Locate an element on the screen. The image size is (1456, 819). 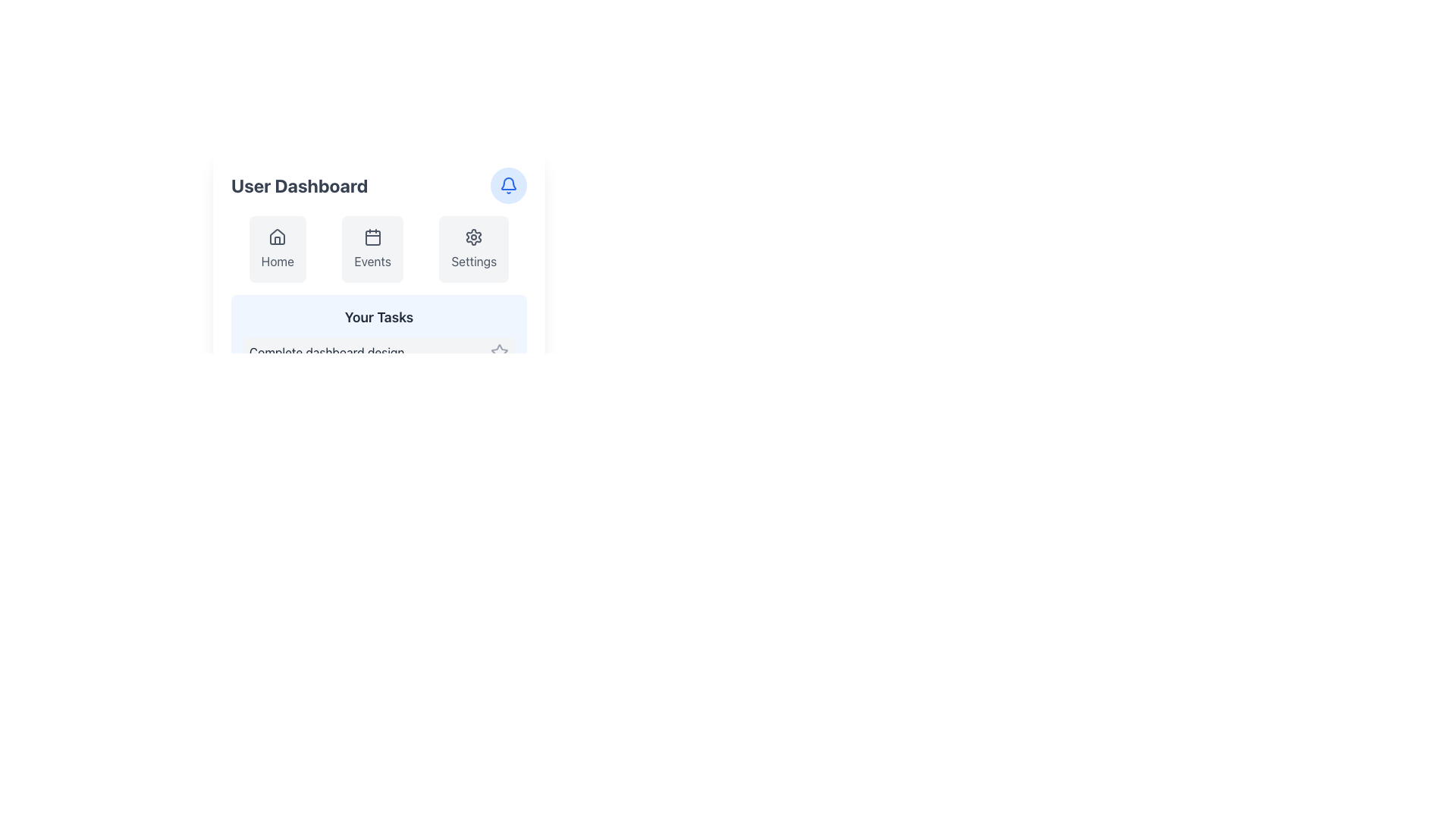
the Navigation Button located in the horizontal navigation section below 'User Dashboard' is located at coordinates (378, 227).